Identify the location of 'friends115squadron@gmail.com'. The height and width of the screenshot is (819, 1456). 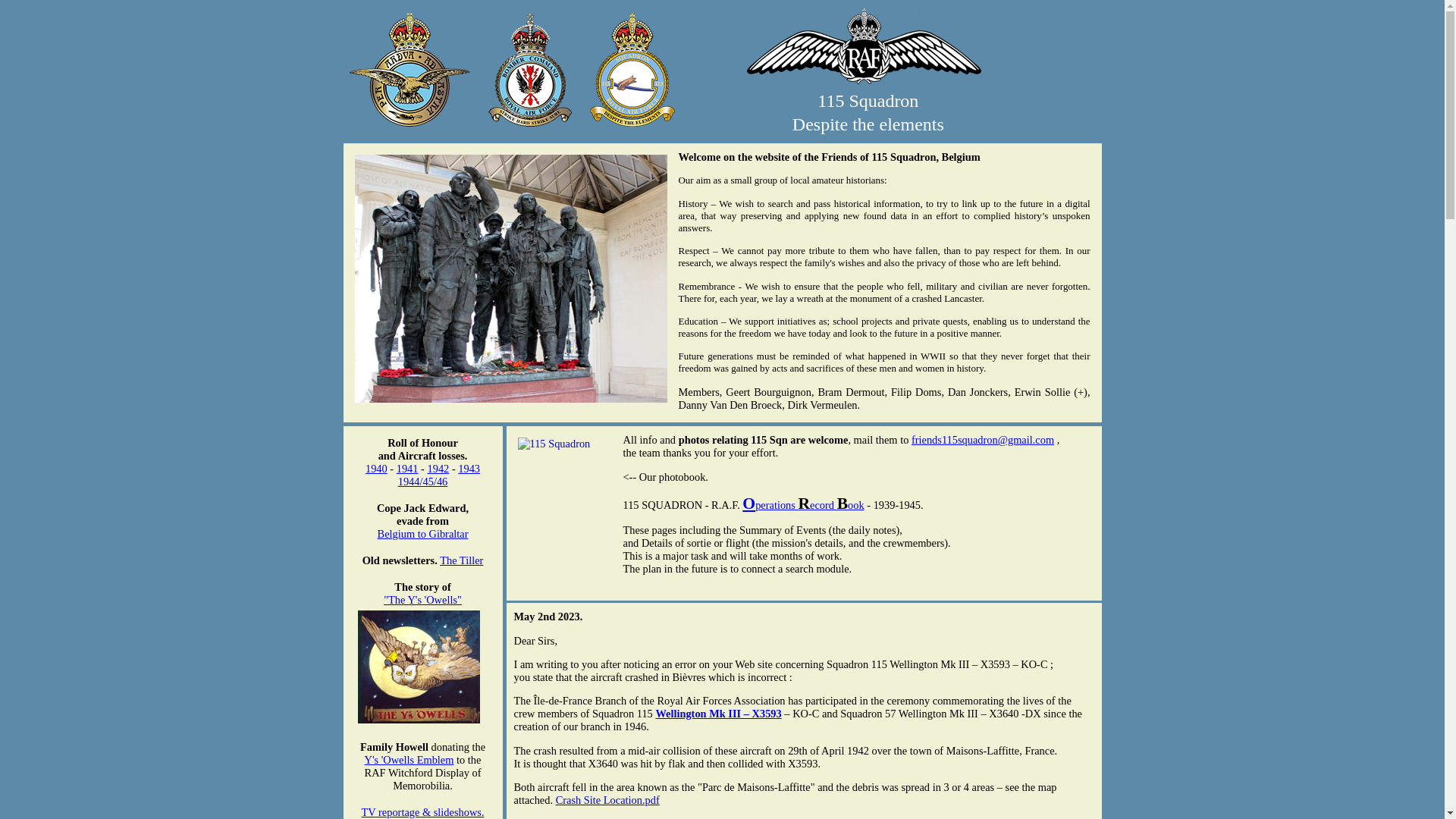
(983, 439).